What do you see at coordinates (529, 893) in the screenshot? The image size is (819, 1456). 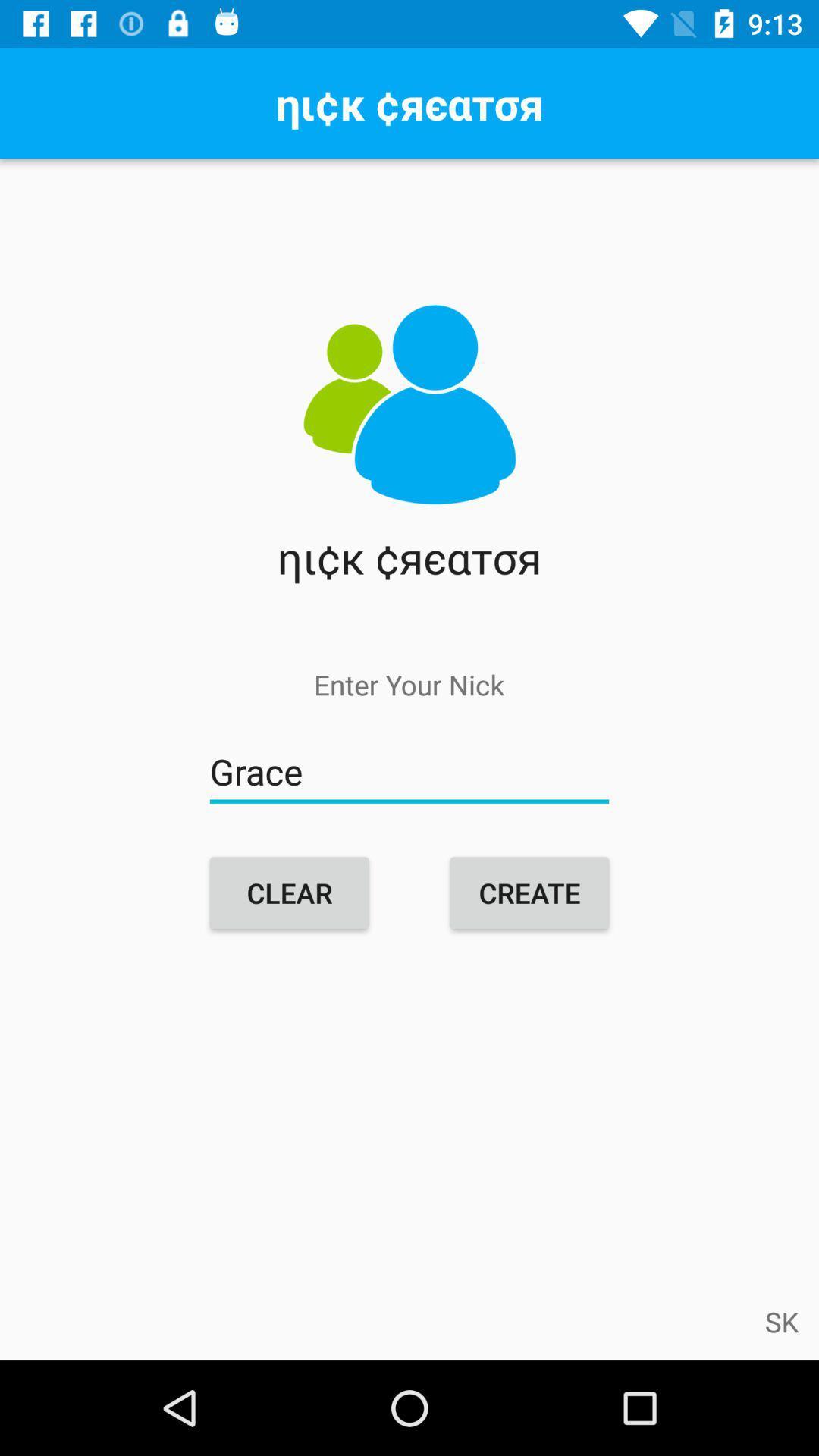 I see `create icon` at bounding box center [529, 893].